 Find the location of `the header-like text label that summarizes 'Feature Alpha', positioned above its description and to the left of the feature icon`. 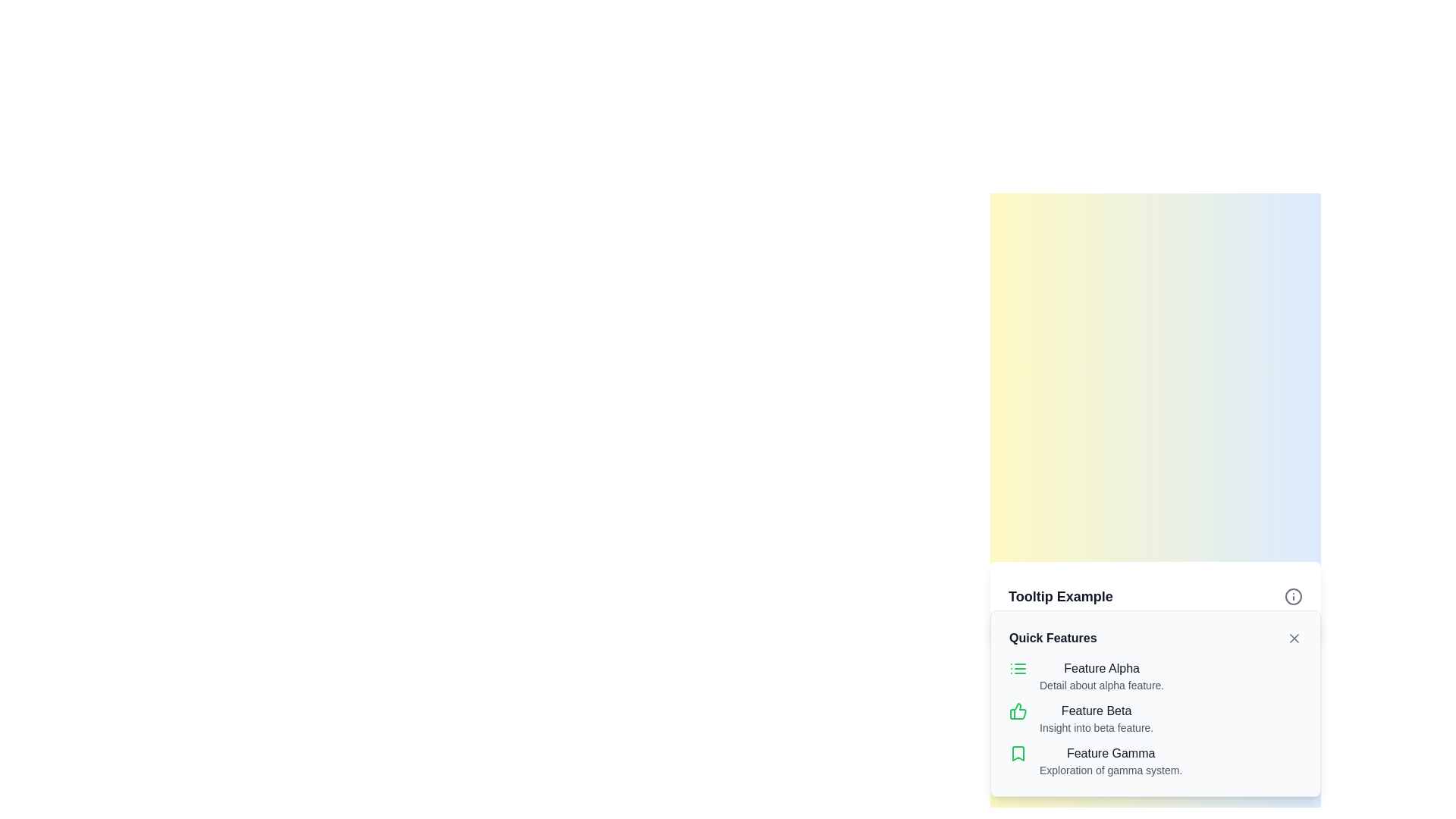

the header-like text label that summarizes 'Feature Alpha', positioned above its description and to the left of the feature icon is located at coordinates (1102, 668).